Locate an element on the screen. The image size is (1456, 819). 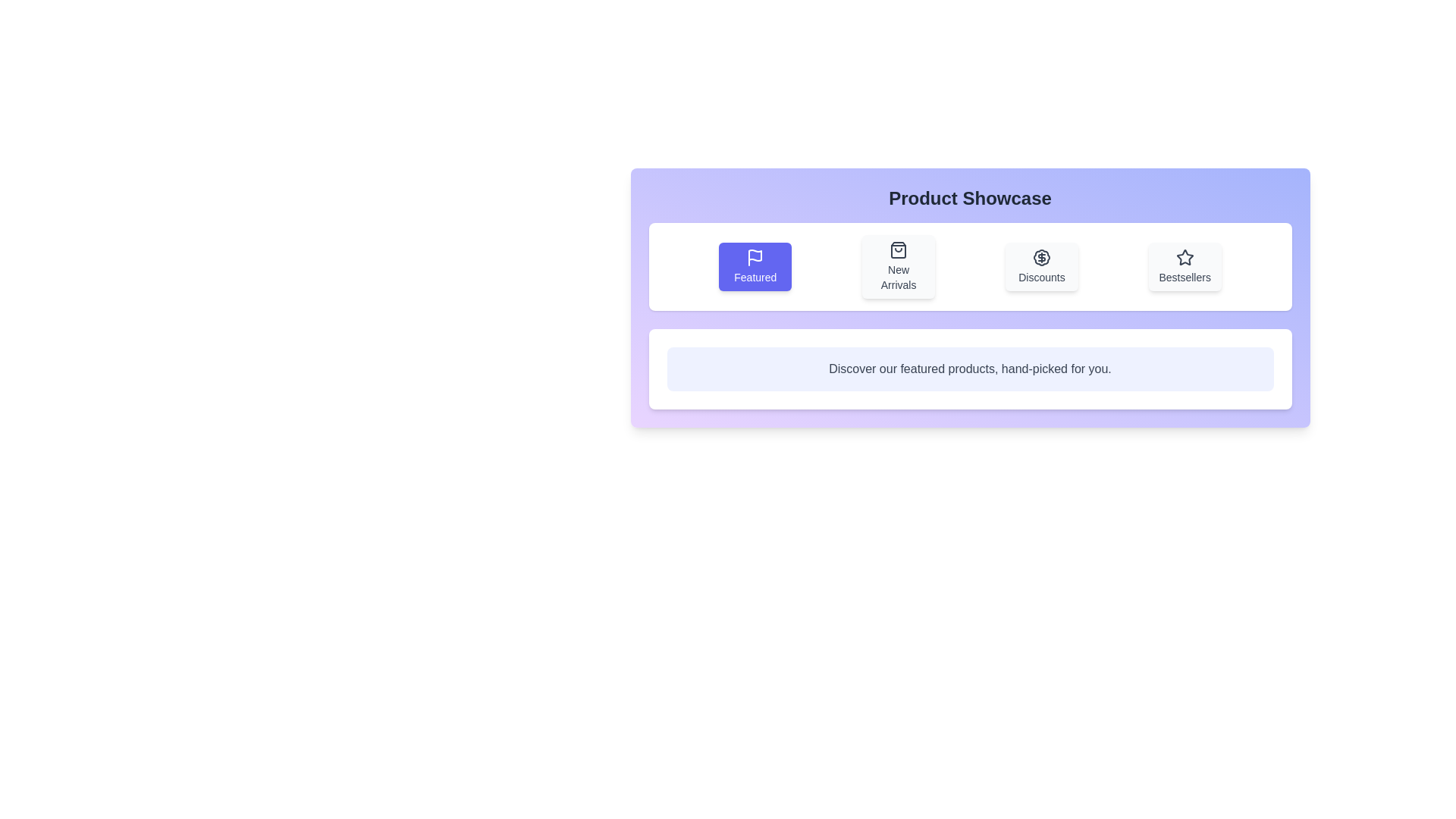
the outer circular badge pattern of the dollar badge icon, which is the third icon from the left in the group displayed below the 'Product Showcase' heading is located at coordinates (1040, 256).